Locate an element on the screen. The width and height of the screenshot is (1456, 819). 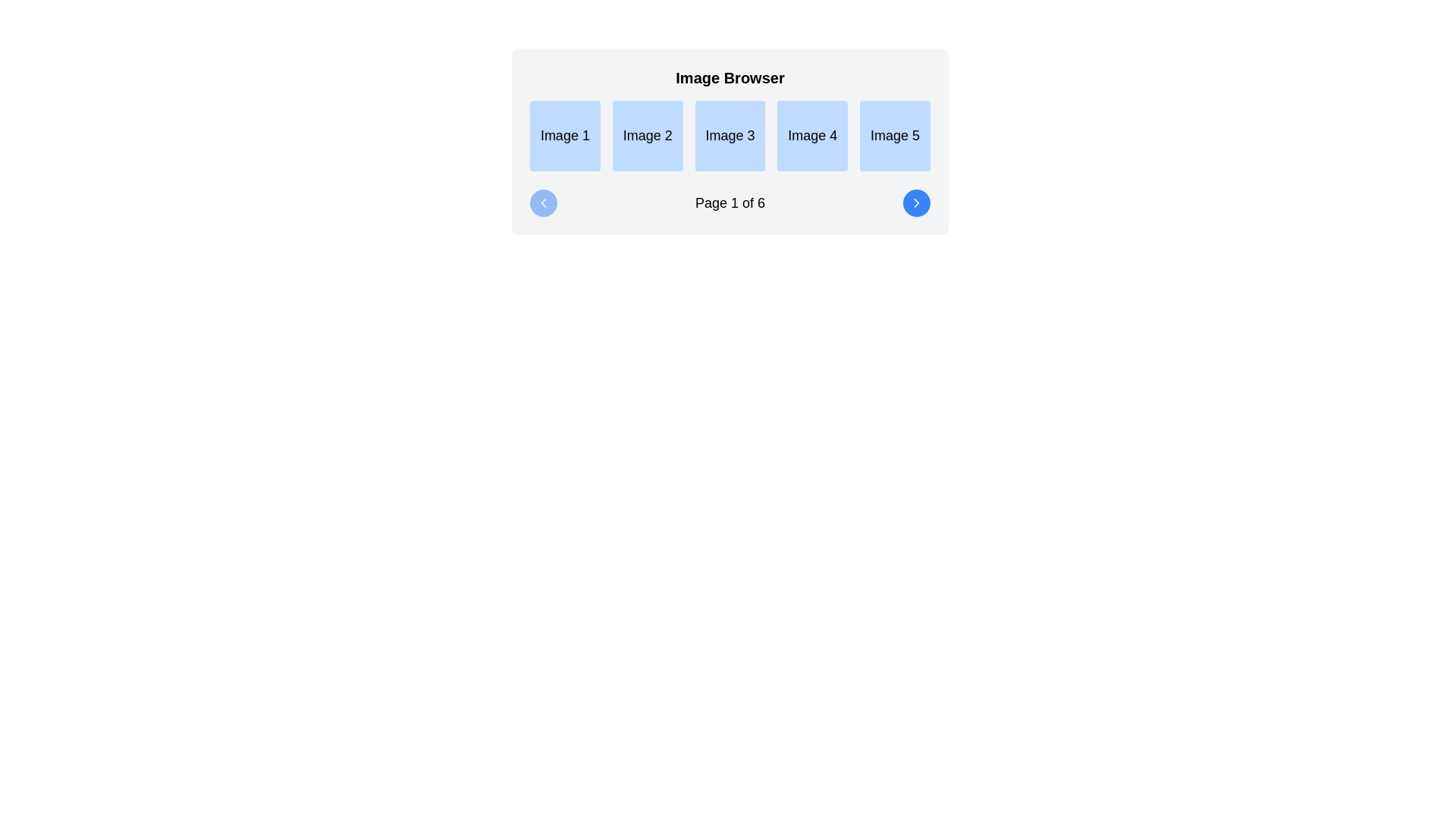
the selectable image placeholder labeled '4', which is the fourth box in a row of five boxes, located to the right of 'Image 3' and to the left of 'Image 5' is located at coordinates (811, 135).